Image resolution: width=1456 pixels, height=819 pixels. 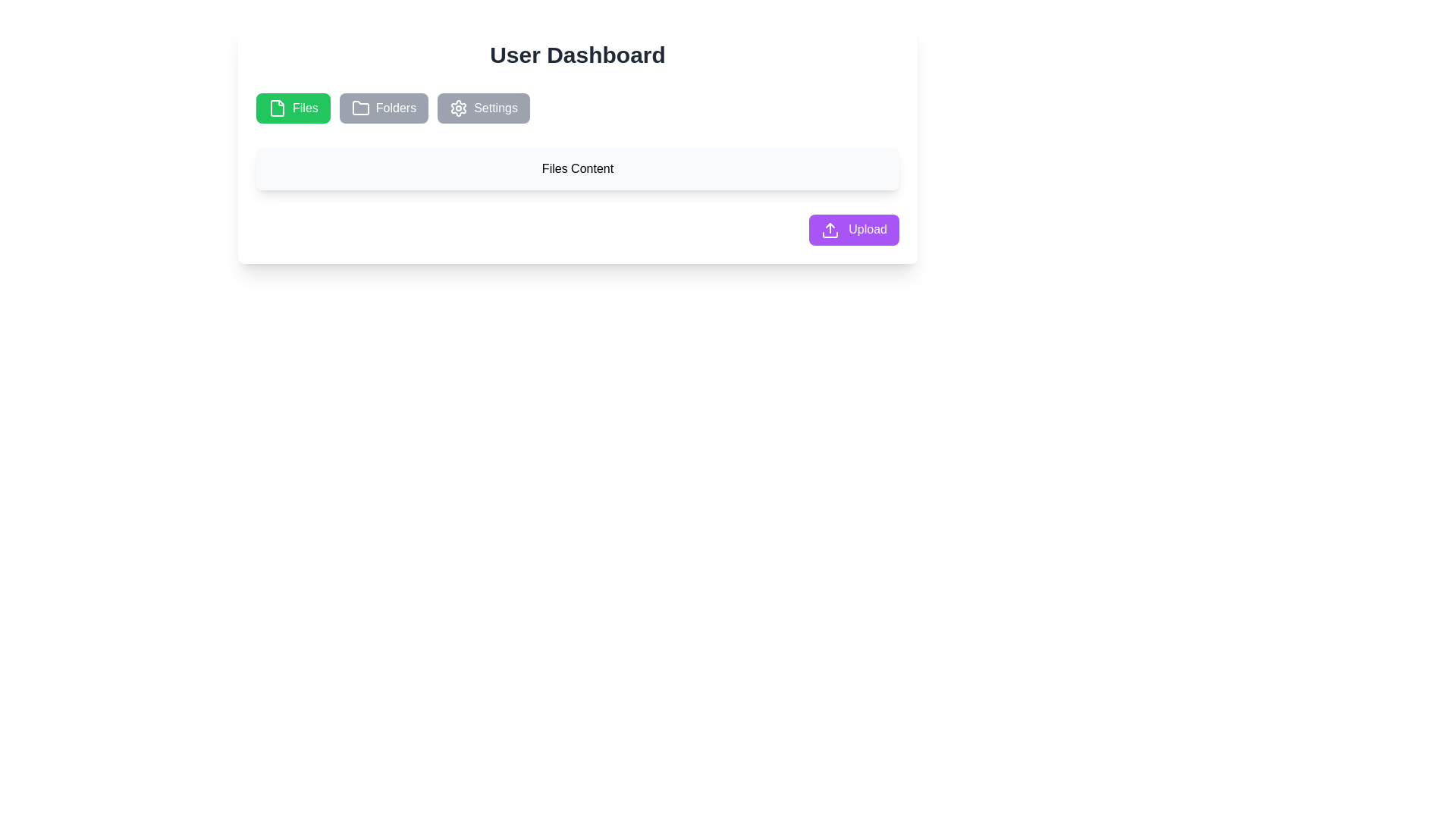 I want to click on the 'Folders' text label located in the central button of the three-button menu at the top of the interface, which has a gray background and rounded corners, so click(x=396, y=107).